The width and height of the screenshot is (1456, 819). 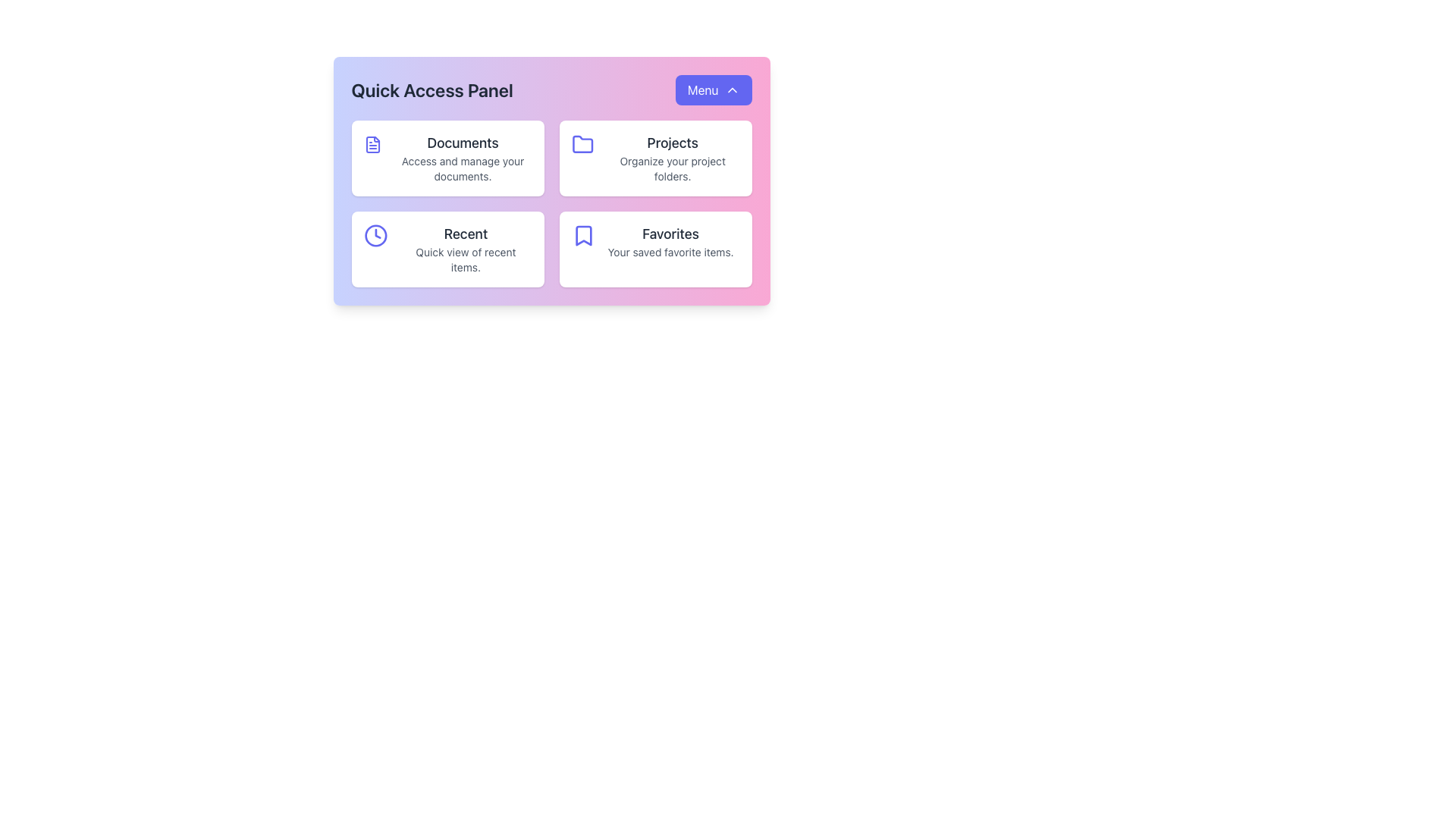 I want to click on the 'Documents' text label, which is styled with a larger, bold font in dark gray color, located in the top left card of the Quick Access Panel, so click(x=462, y=143).